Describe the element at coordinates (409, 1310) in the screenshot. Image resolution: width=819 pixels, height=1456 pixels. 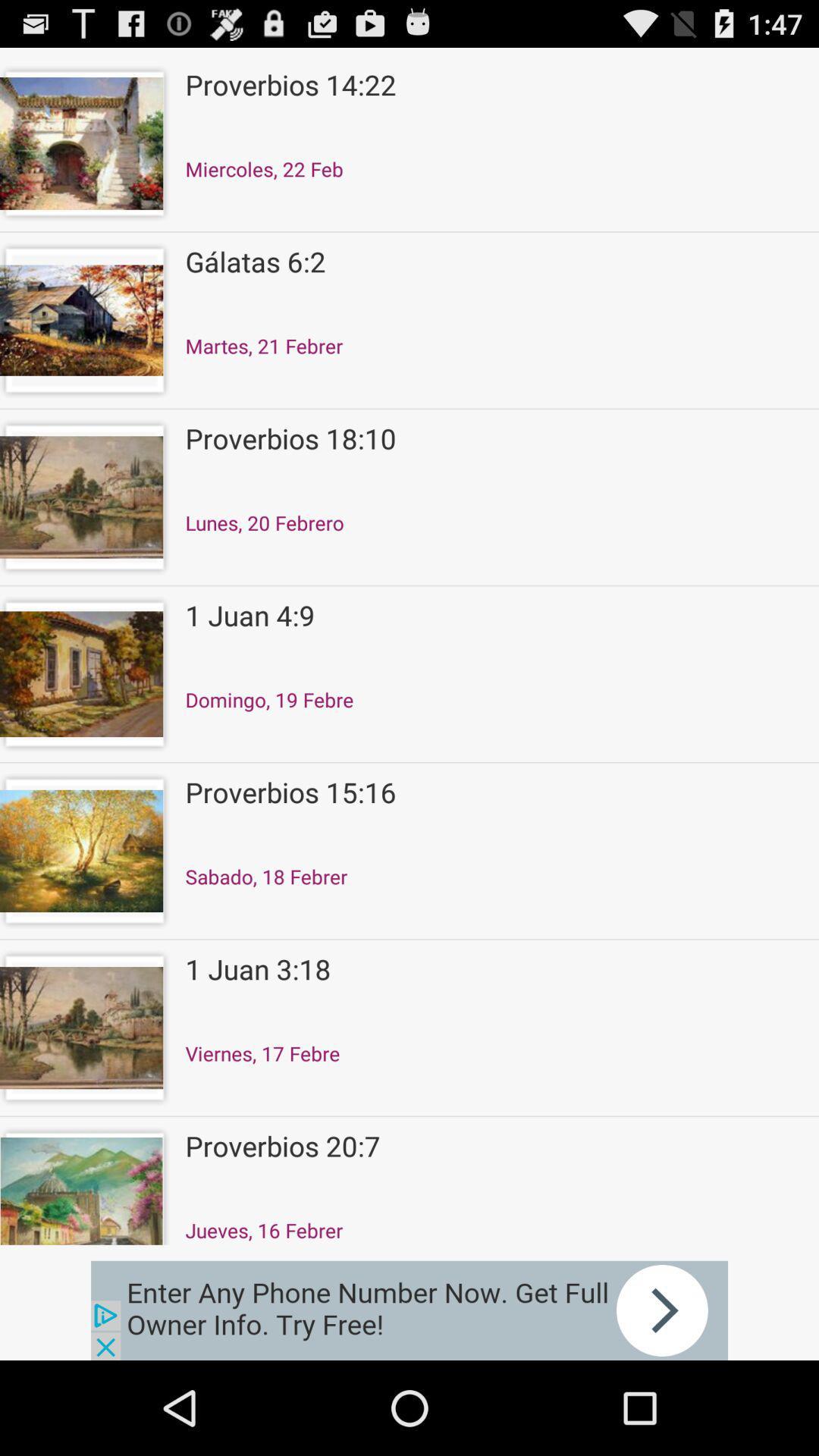
I see `advertisement` at that location.